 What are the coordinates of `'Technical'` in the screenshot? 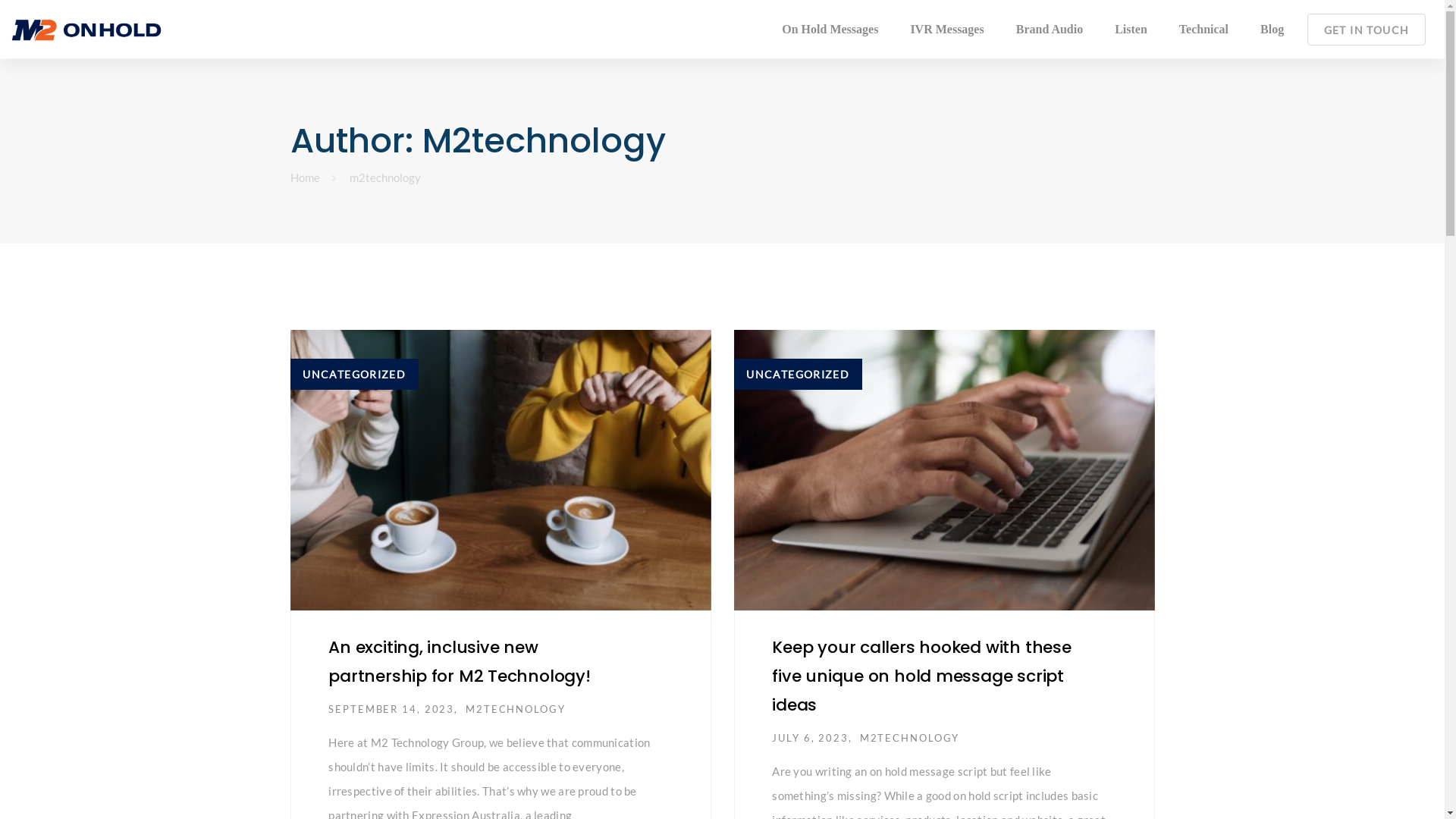 It's located at (1178, 29).